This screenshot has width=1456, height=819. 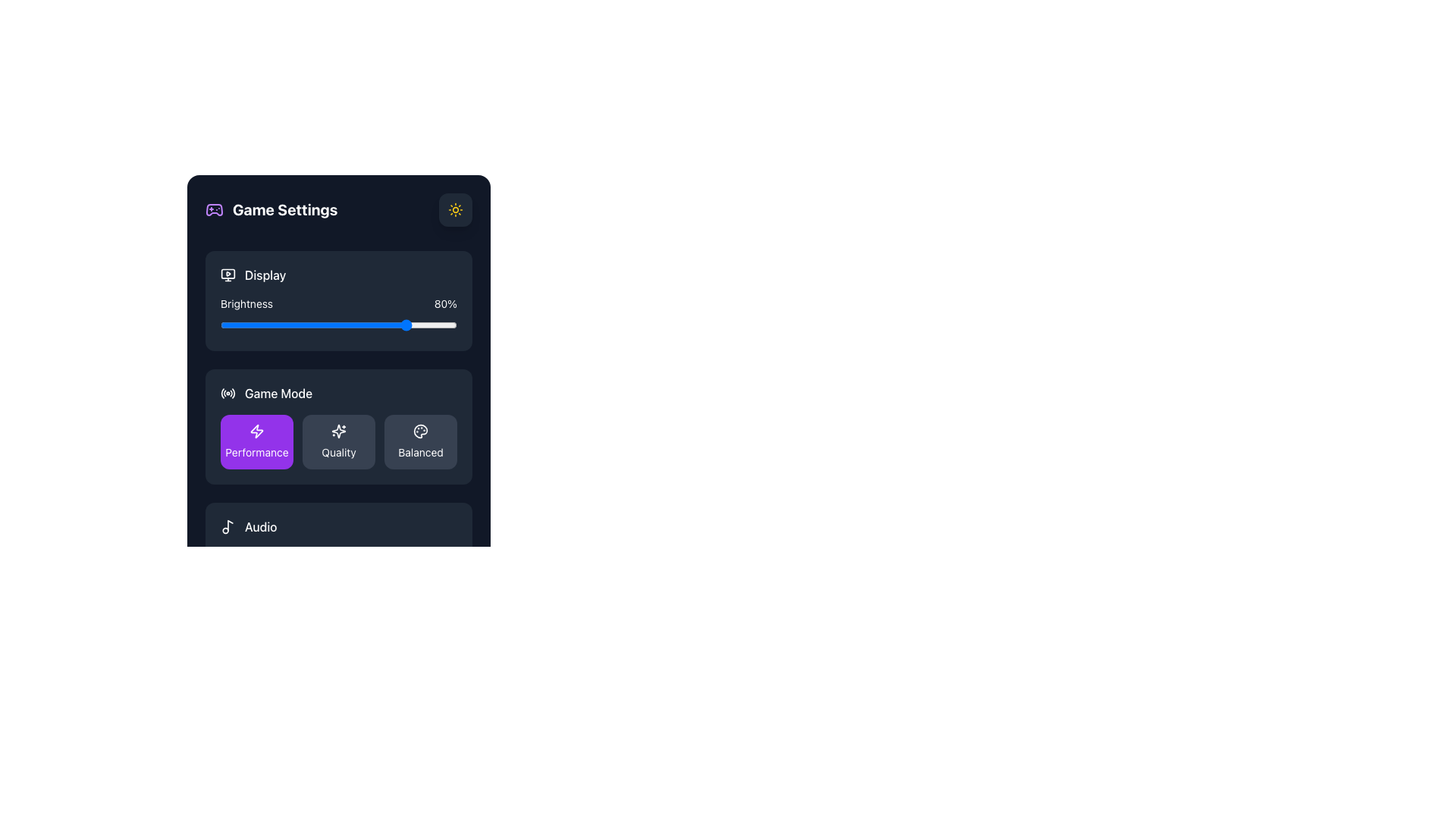 I want to click on brightness level, so click(x=432, y=324).